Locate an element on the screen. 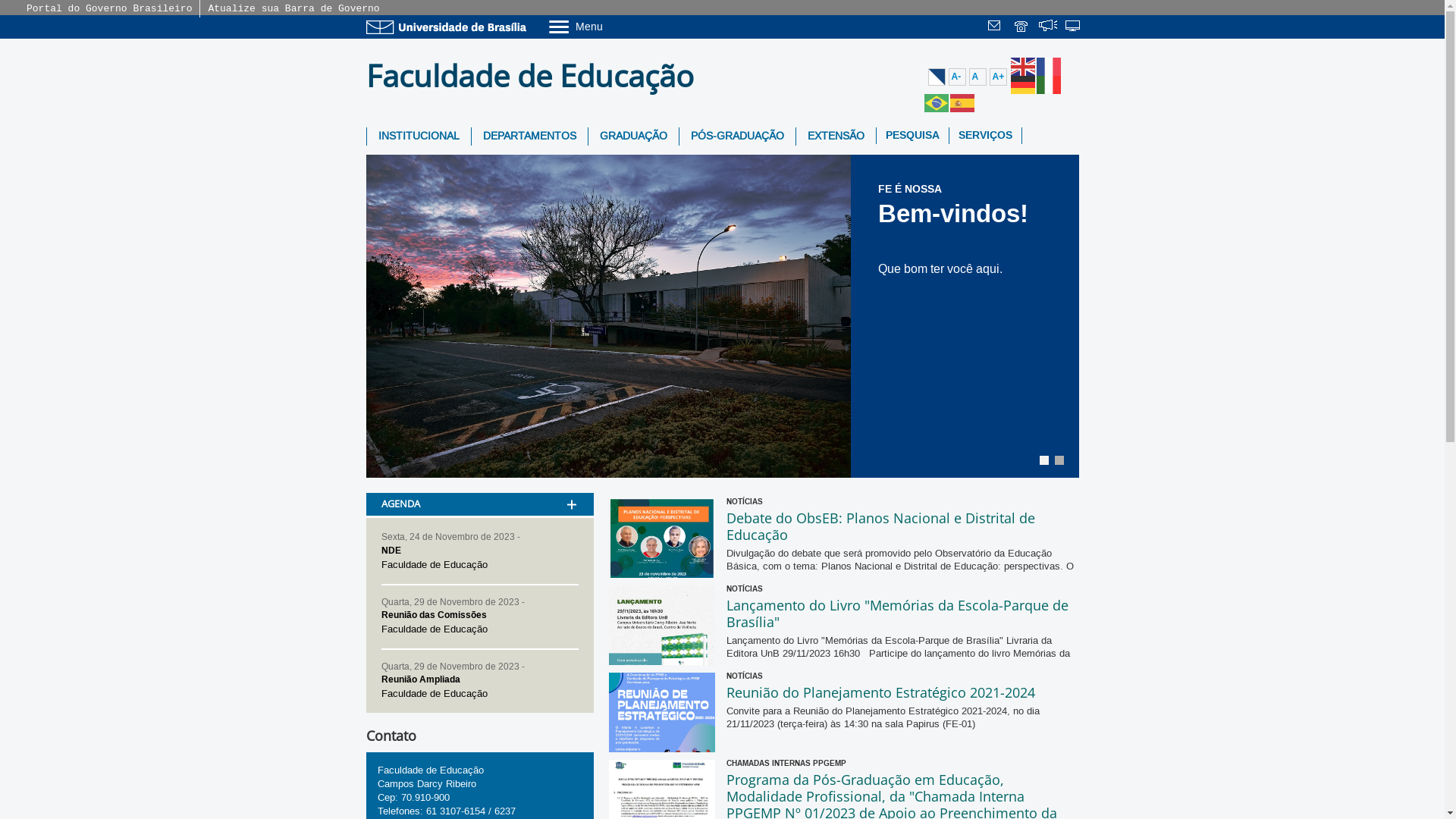 The height and width of the screenshot is (819, 1456). 'Telefones da UnB' is located at coordinates (1012, 27).